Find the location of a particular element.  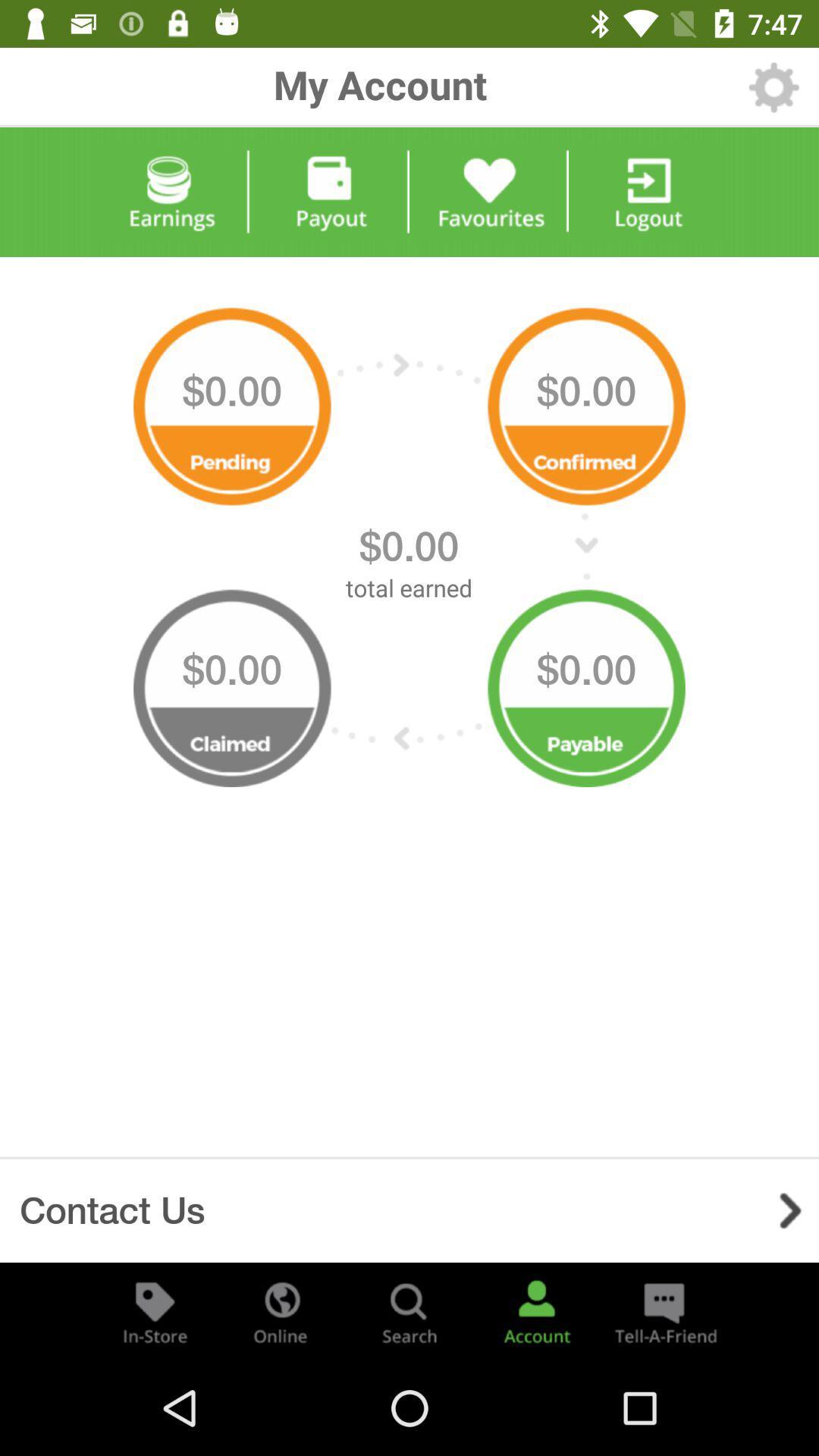

the 1st icon is located at coordinates (232, 401).